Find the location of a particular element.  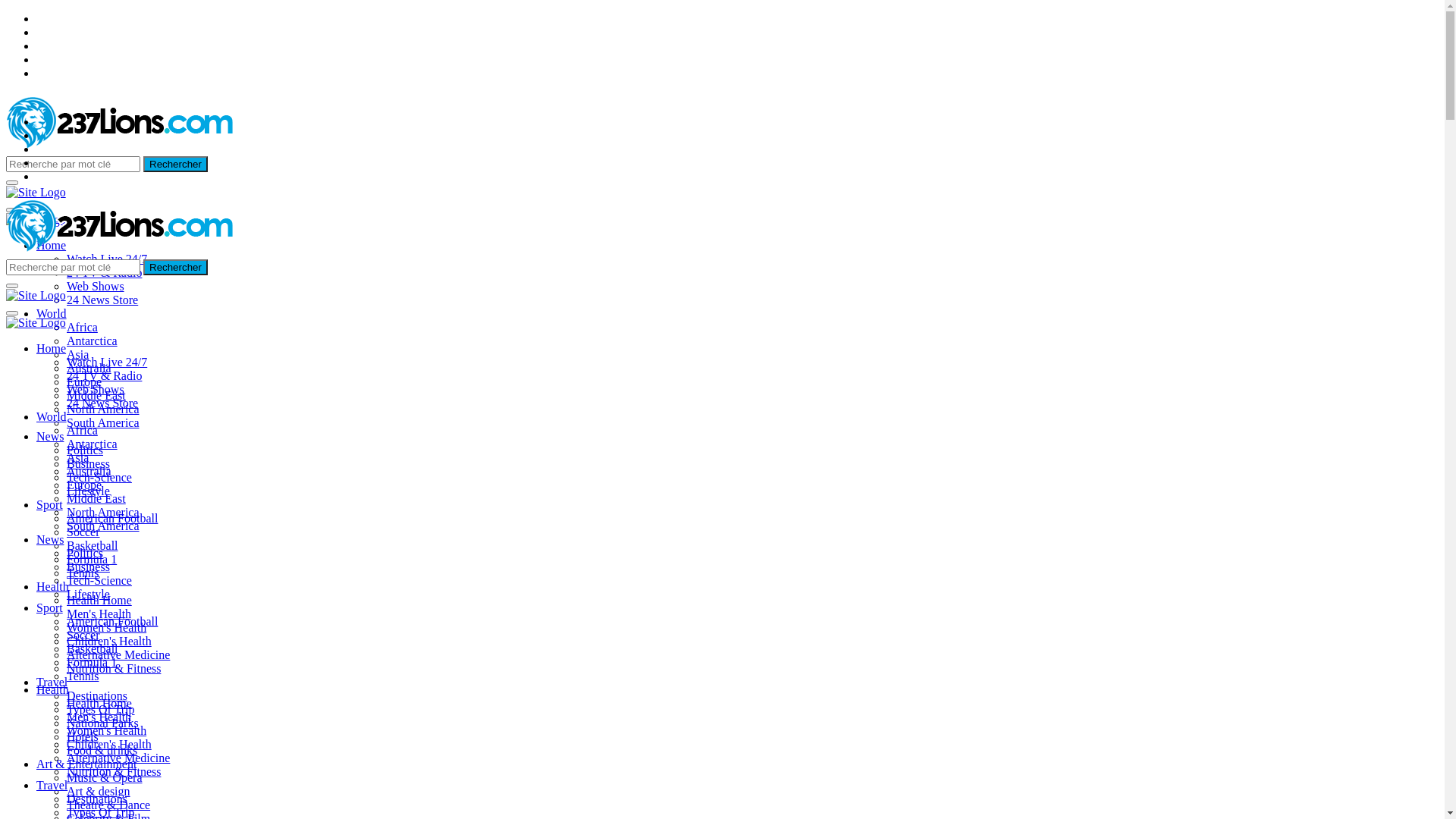

'Soccer' is located at coordinates (83, 531).